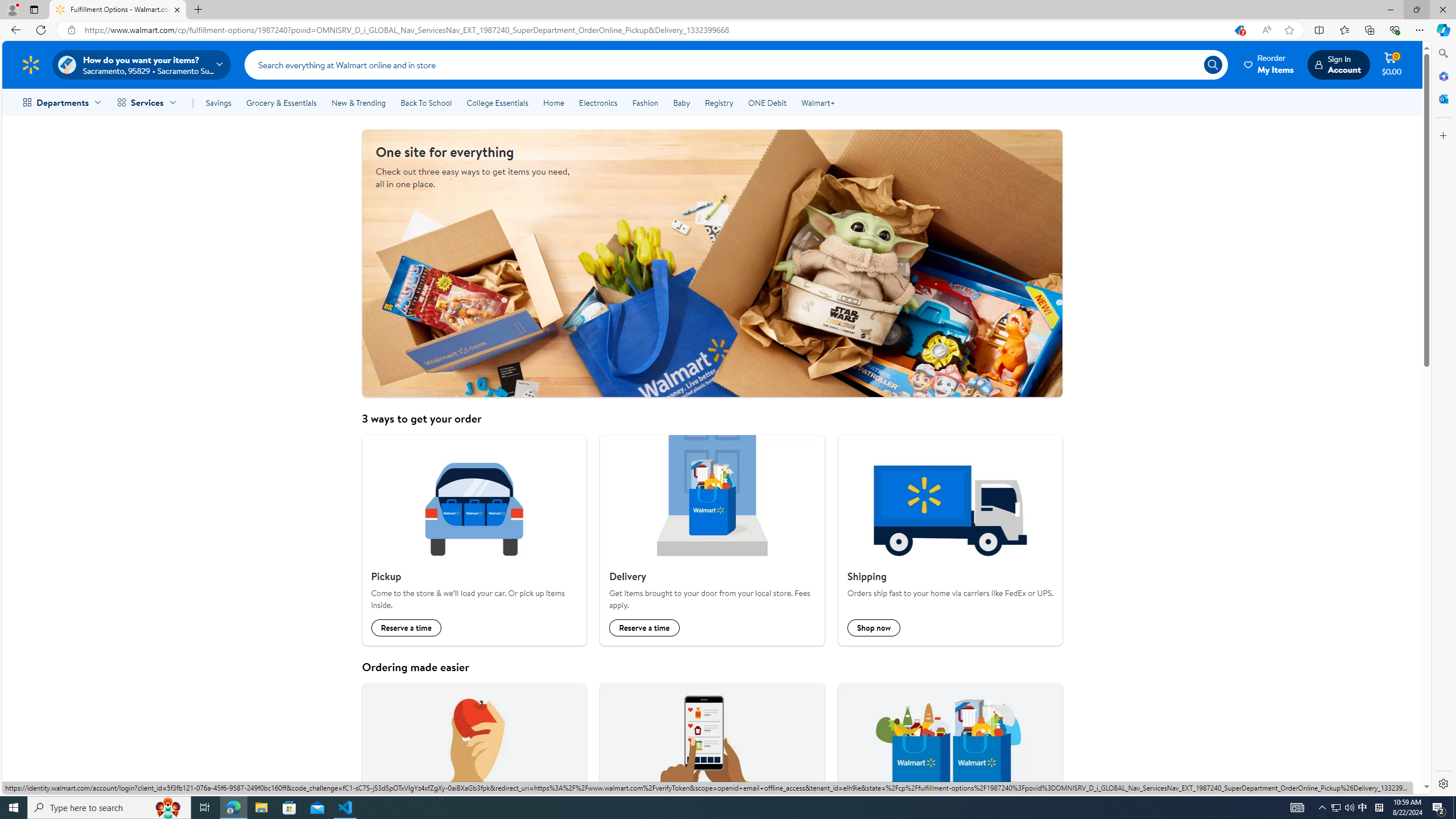 The image size is (1456, 819). Describe the element at coordinates (767, 102) in the screenshot. I see `'ONE Debit'` at that location.